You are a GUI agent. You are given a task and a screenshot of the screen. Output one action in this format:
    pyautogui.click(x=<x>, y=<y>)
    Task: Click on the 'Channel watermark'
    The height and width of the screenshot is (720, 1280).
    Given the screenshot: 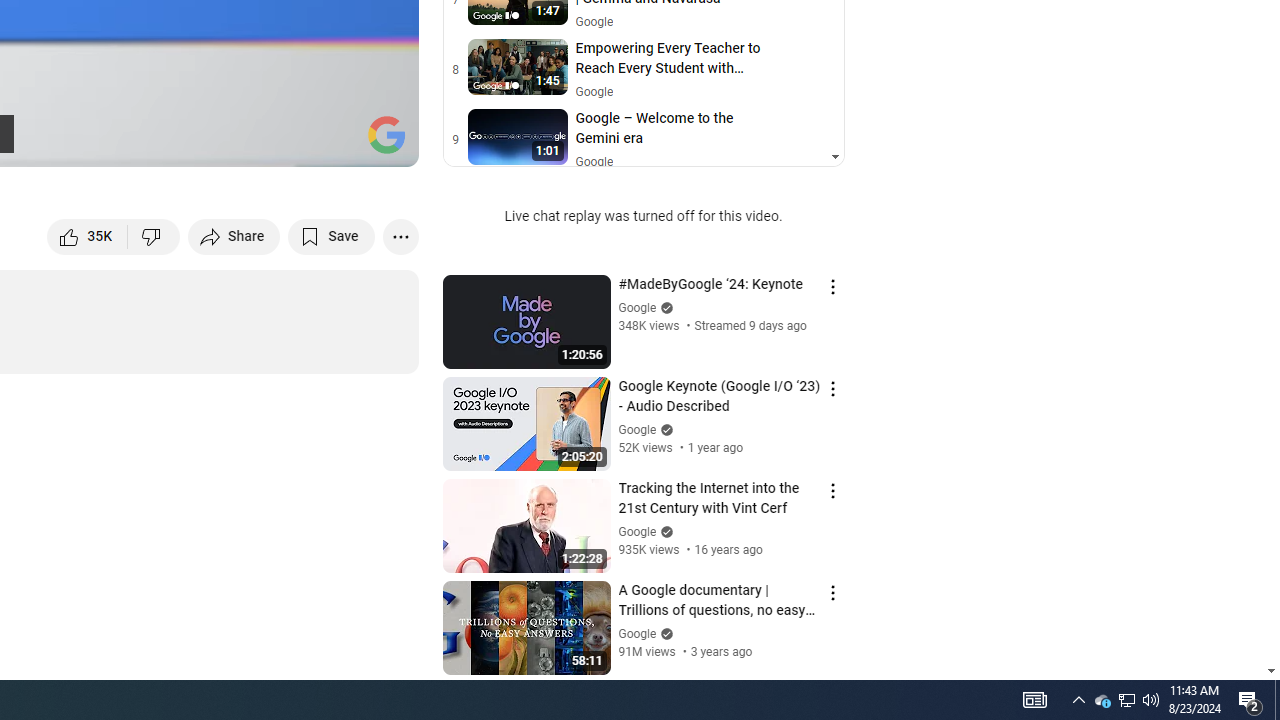 What is the action you would take?
    pyautogui.click(x=386, y=135)
    